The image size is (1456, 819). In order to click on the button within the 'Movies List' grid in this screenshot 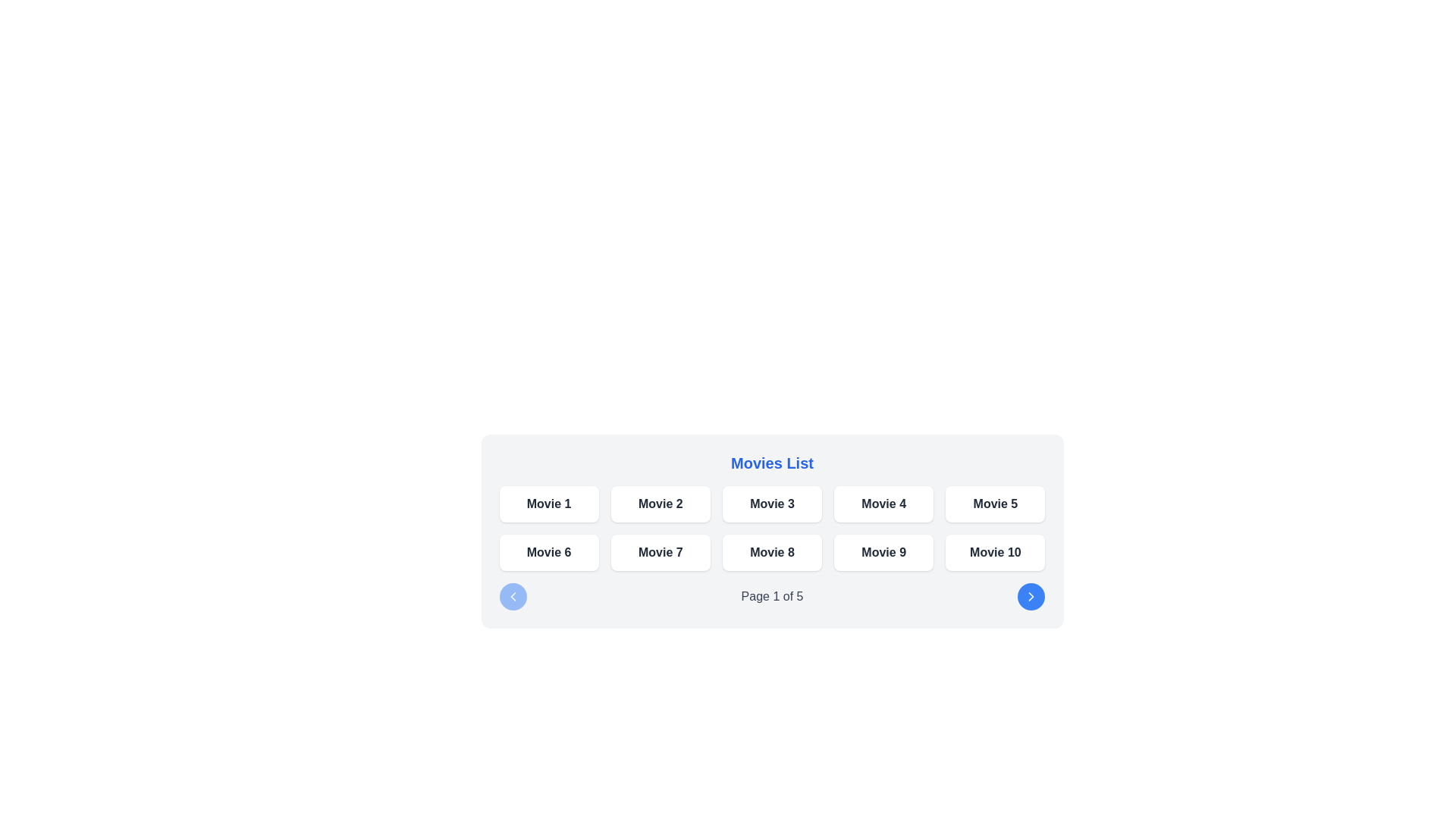, I will do `click(772, 528)`.